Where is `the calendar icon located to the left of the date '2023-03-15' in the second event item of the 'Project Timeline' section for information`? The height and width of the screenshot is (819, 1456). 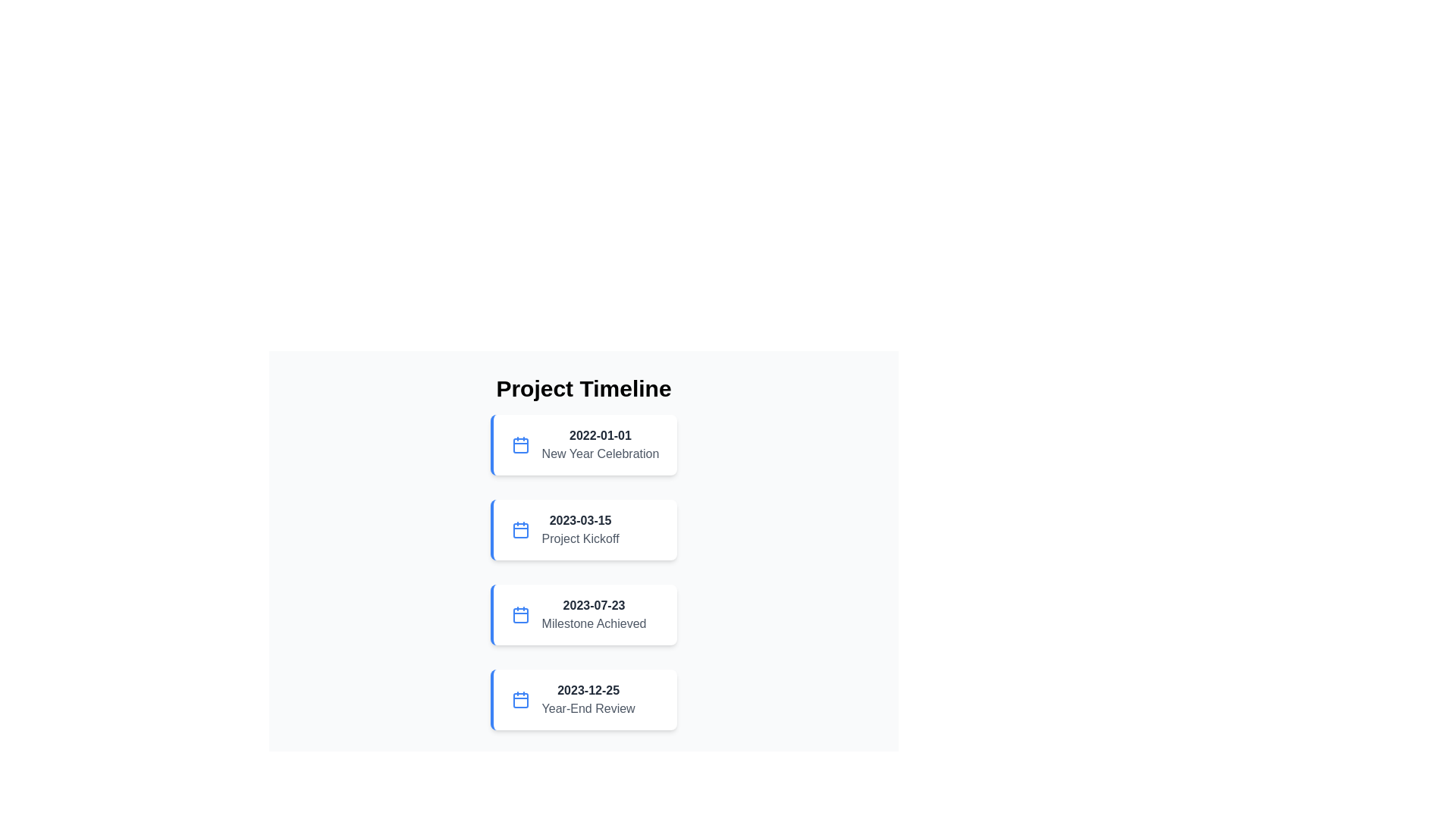 the calendar icon located to the left of the date '2023-03-15' in the second event item of the 'Project Timeline' section for information is located at coordinates (520, 529).